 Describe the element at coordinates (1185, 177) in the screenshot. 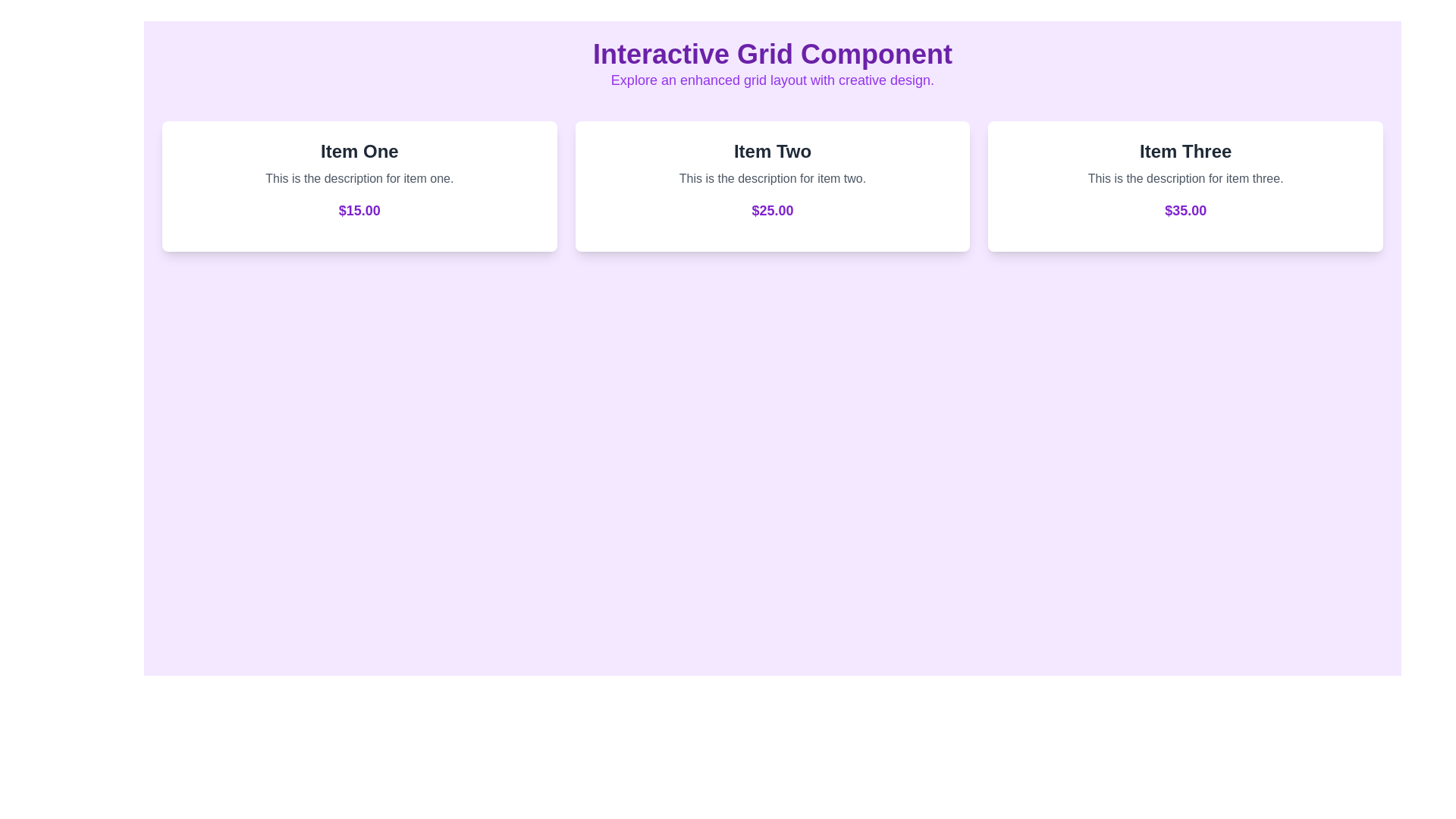

I see `text label displaying 'This is the description for item three.' located under the title 'Item Three' in the rightmost card of a three-card layout` at that location.